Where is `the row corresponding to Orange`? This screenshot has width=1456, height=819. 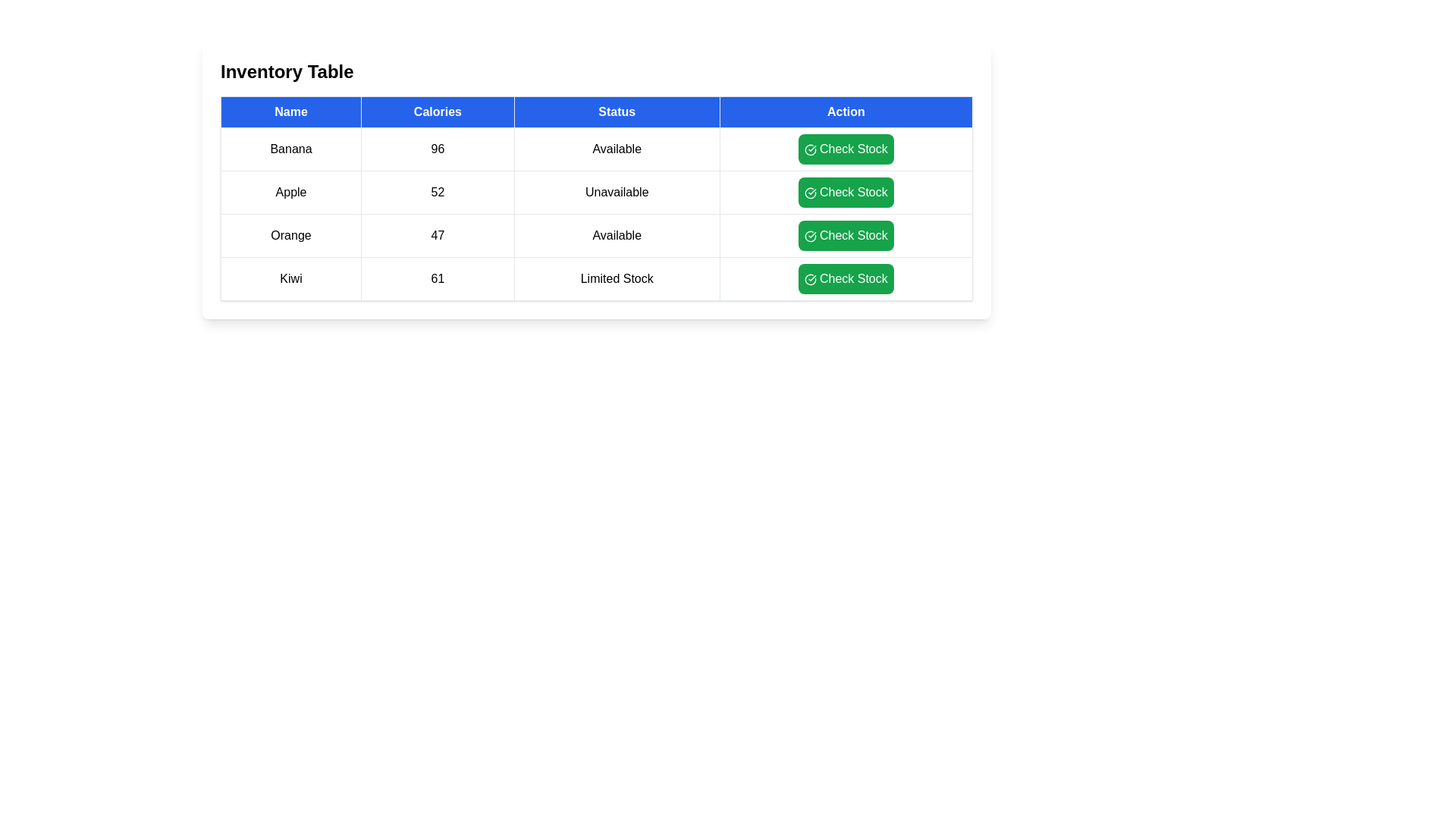
the row corresponding to Orange is located at coordinates (596, 236).